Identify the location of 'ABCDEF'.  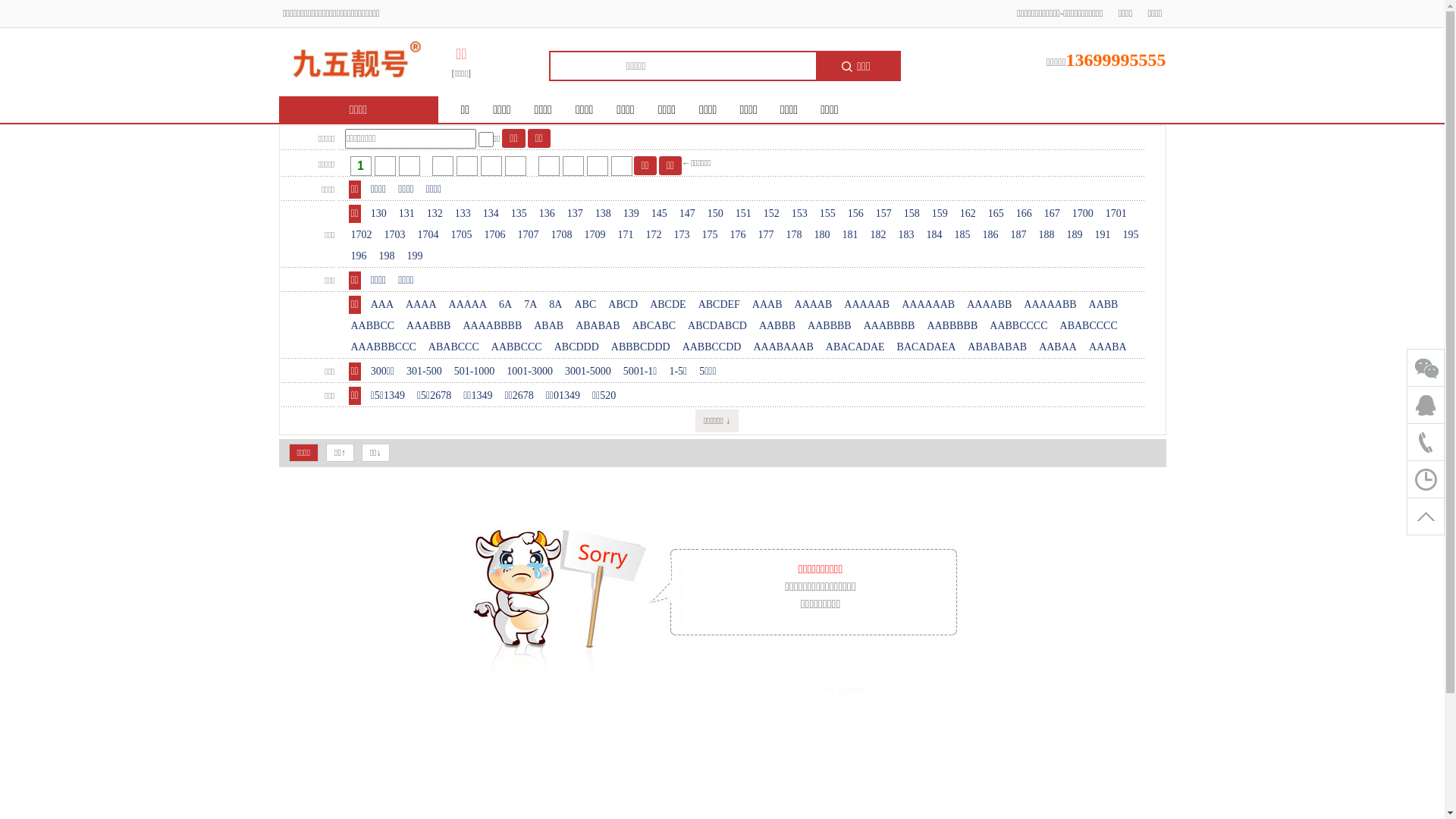
(718, 304).